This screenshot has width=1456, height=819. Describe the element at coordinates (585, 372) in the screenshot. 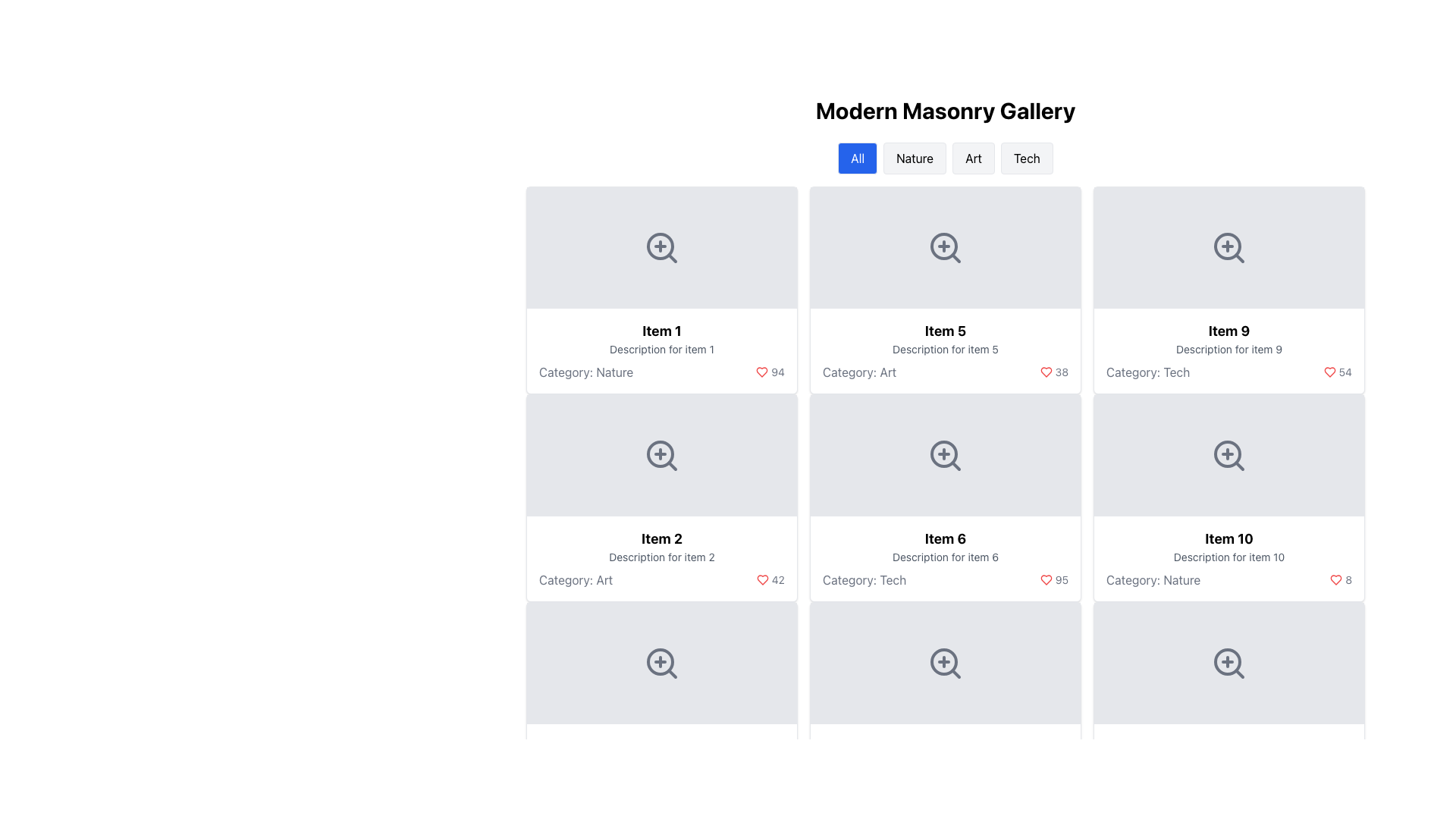

I see `the Static Text Label that describes the category of the item in the first card of the first column in the grid` at that location.